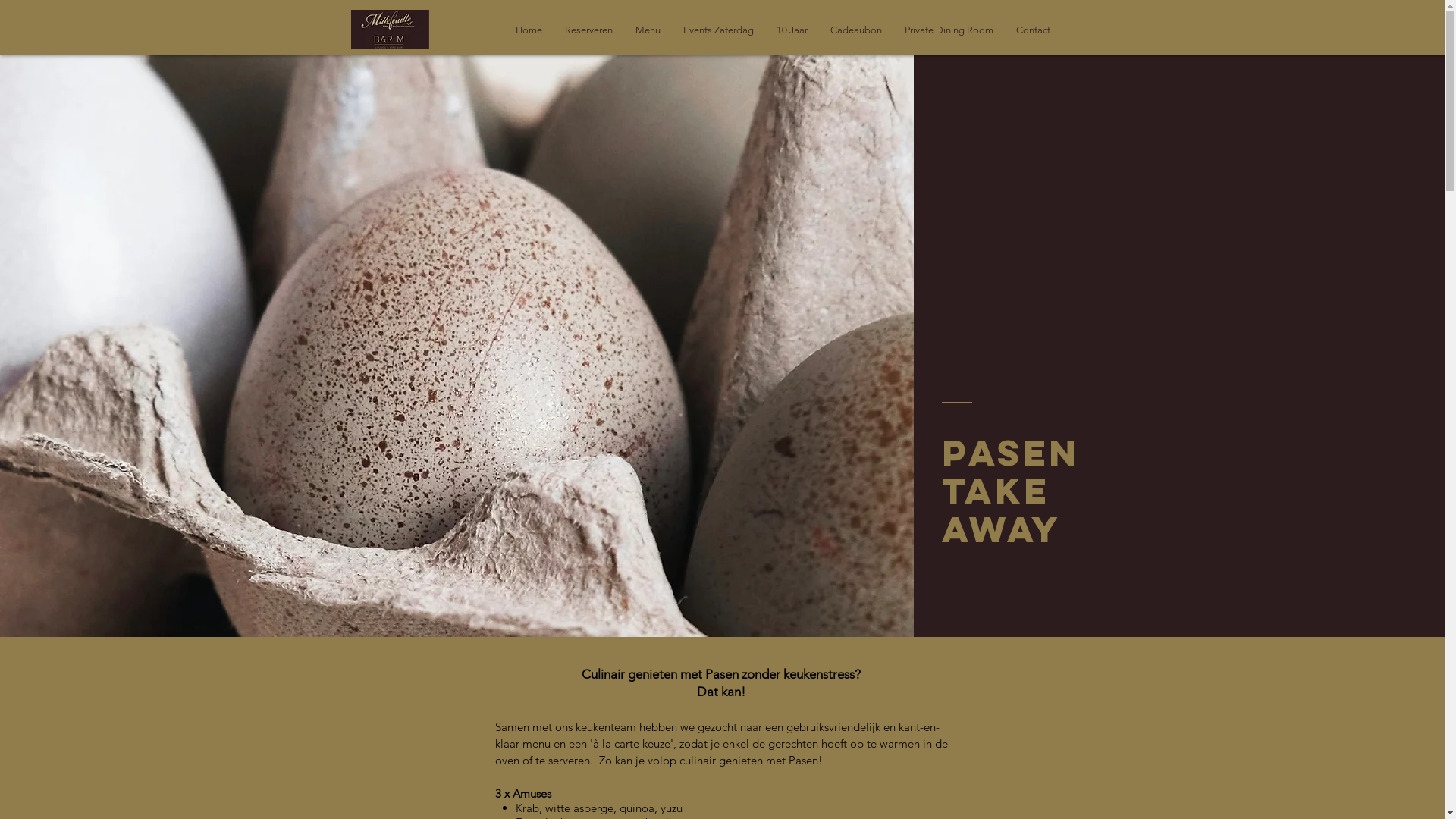  I want to click on 'Private Dining Room', so click(948, 30).